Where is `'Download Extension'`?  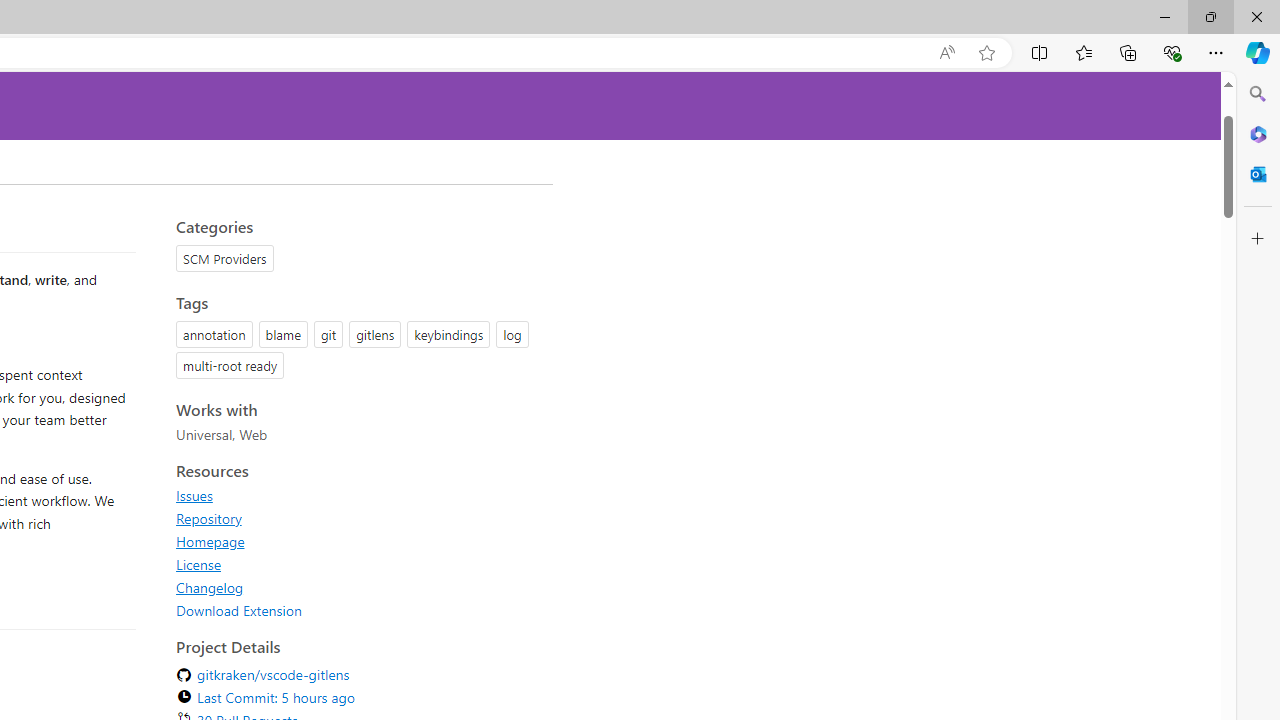 'Download Extension' is located at coordinates (239, 609).